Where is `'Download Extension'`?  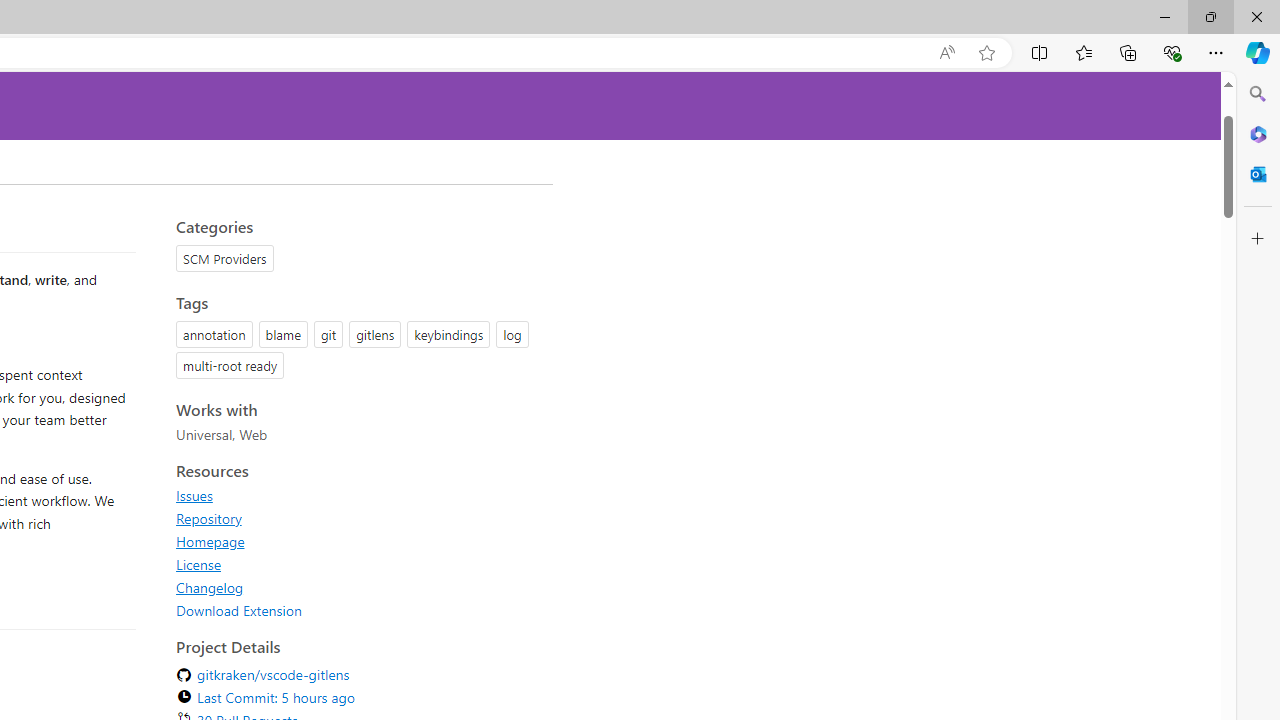 'Download Extension' is located at coordinates (239, 609).